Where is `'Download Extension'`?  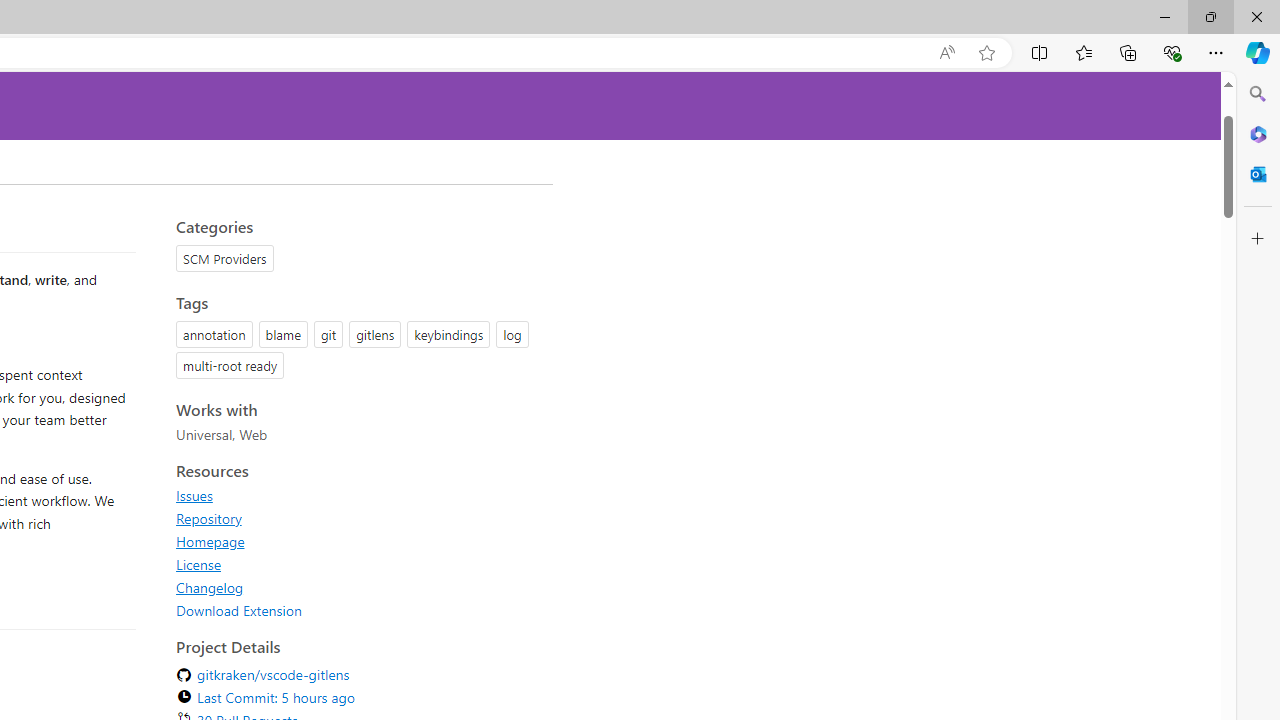 'Download Extension' is located at coordinates (239, 609).